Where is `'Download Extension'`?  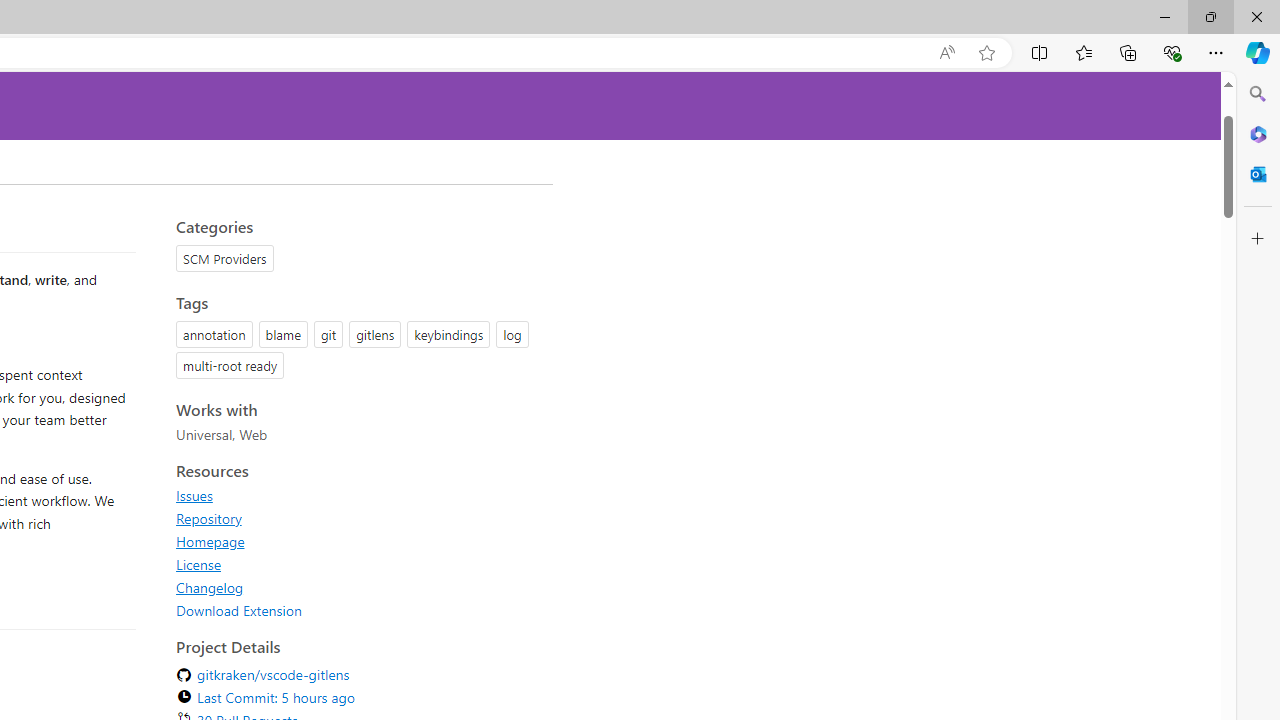 'Download Extension' is located at coordinates (239, 609).